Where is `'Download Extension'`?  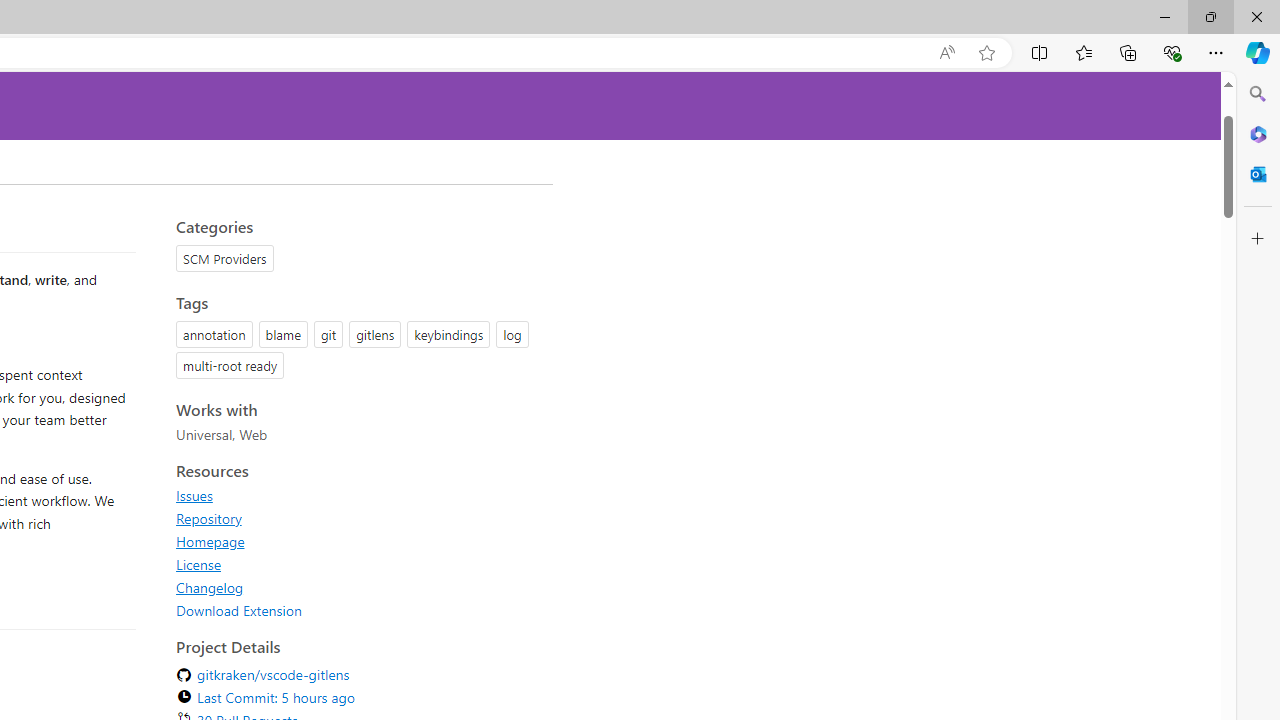 'Download Extension' is located at coordinates (239, 609).